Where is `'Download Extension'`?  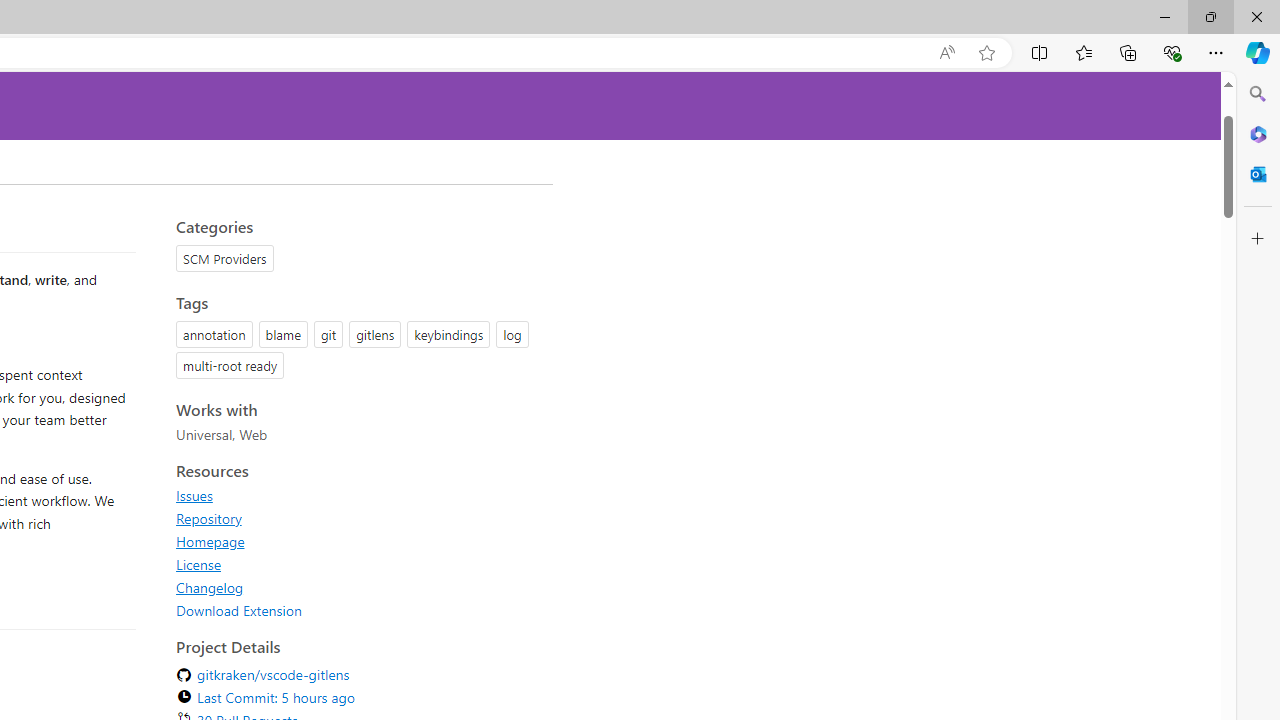 'Download Extension' is located at coordinates (239, 609).